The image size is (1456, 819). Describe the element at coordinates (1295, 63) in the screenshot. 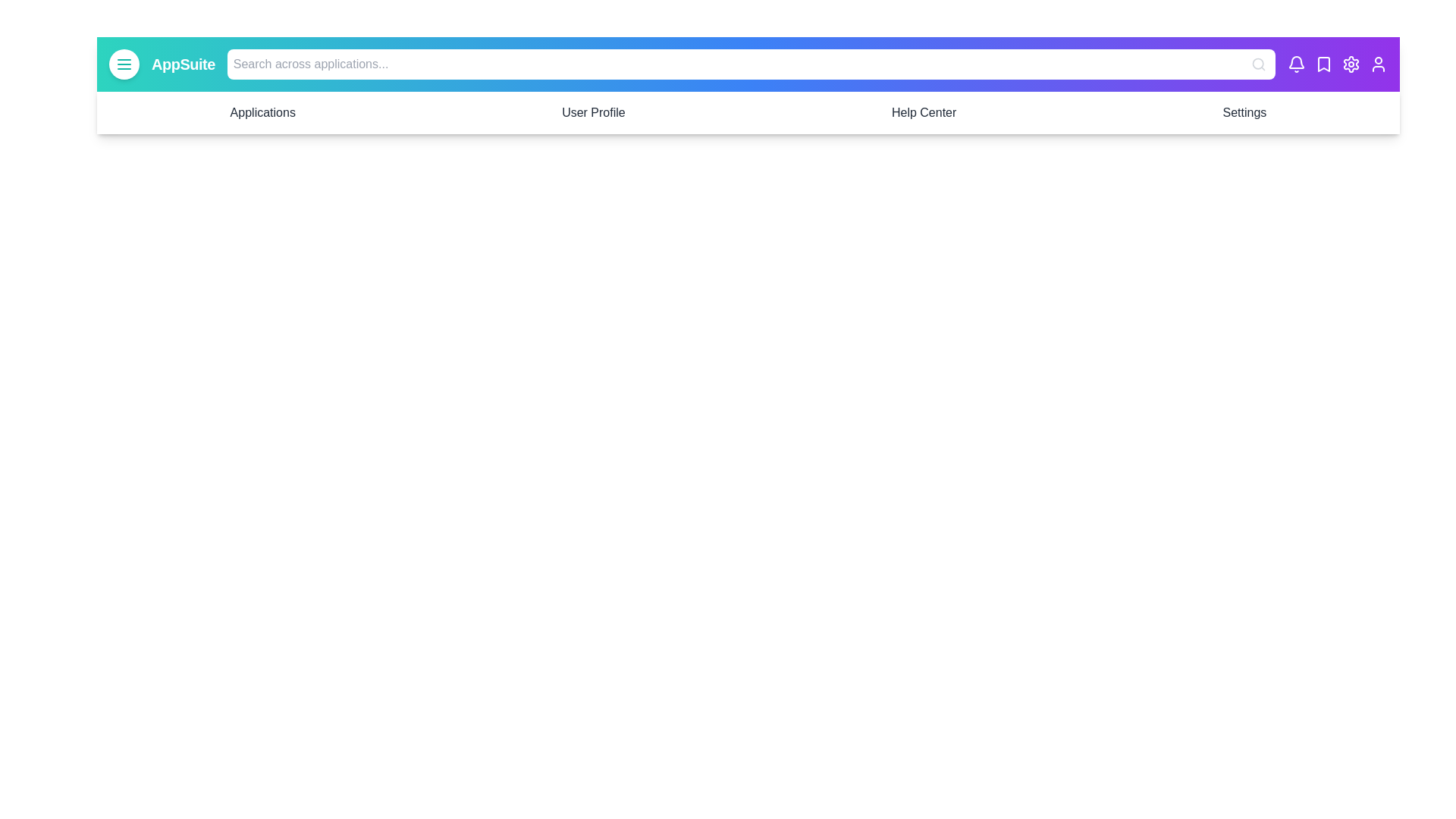

I see `the notification icon in the EnhancedAppBar` at that location.